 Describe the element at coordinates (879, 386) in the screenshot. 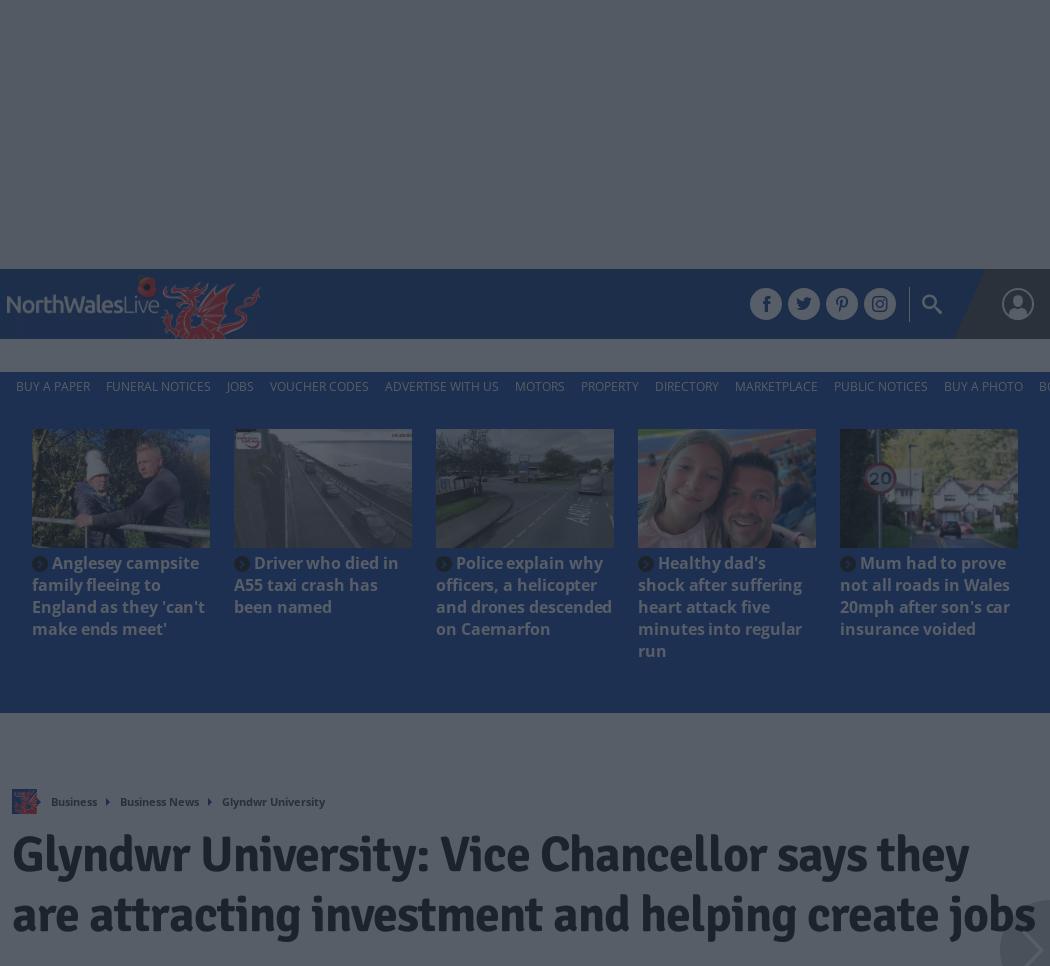

I see `'Public Notices'` at that location.